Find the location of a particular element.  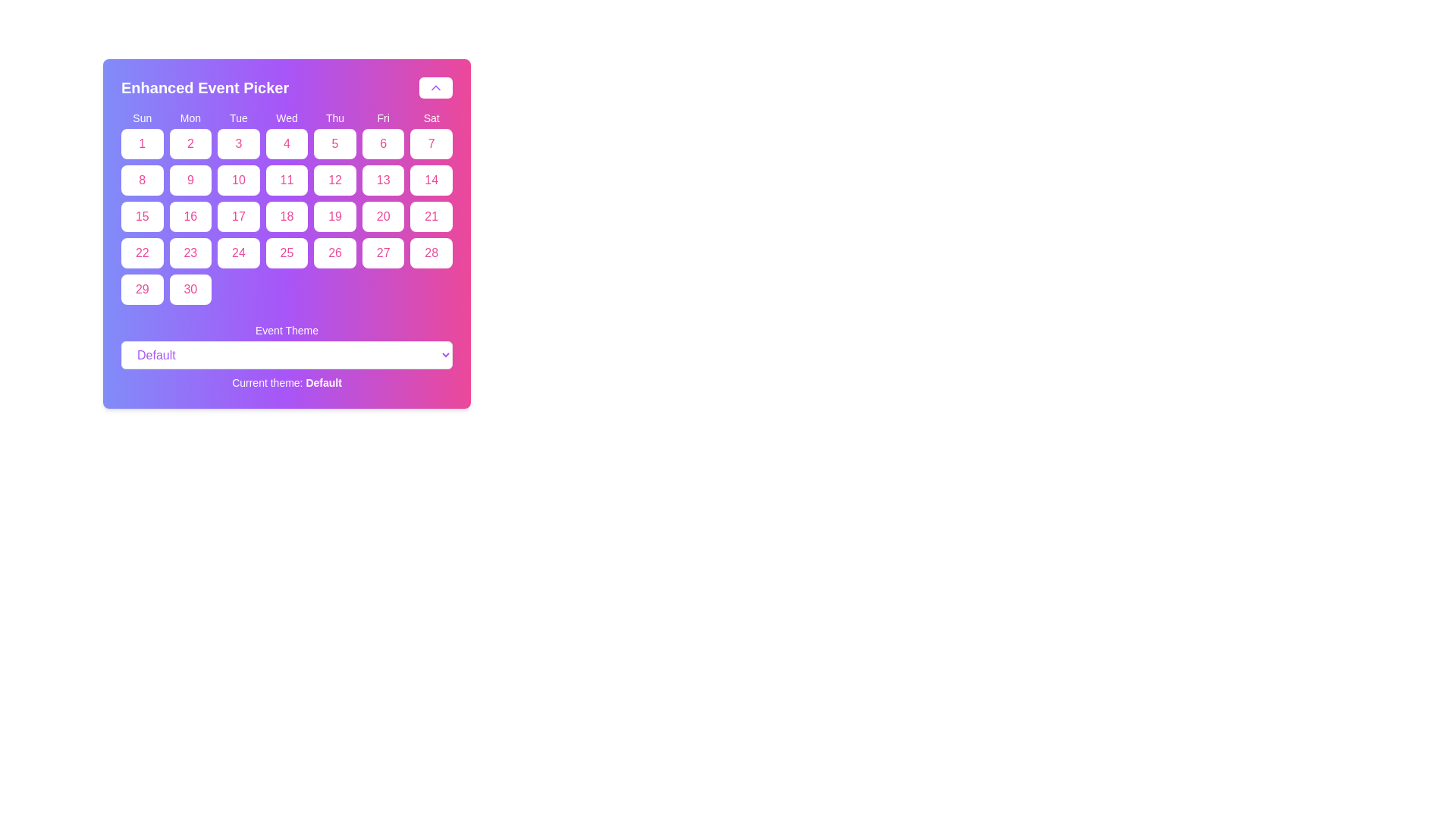

the rounded rectangular button labeled '13' with a white background and pink text is located at coordinates (383, 180).